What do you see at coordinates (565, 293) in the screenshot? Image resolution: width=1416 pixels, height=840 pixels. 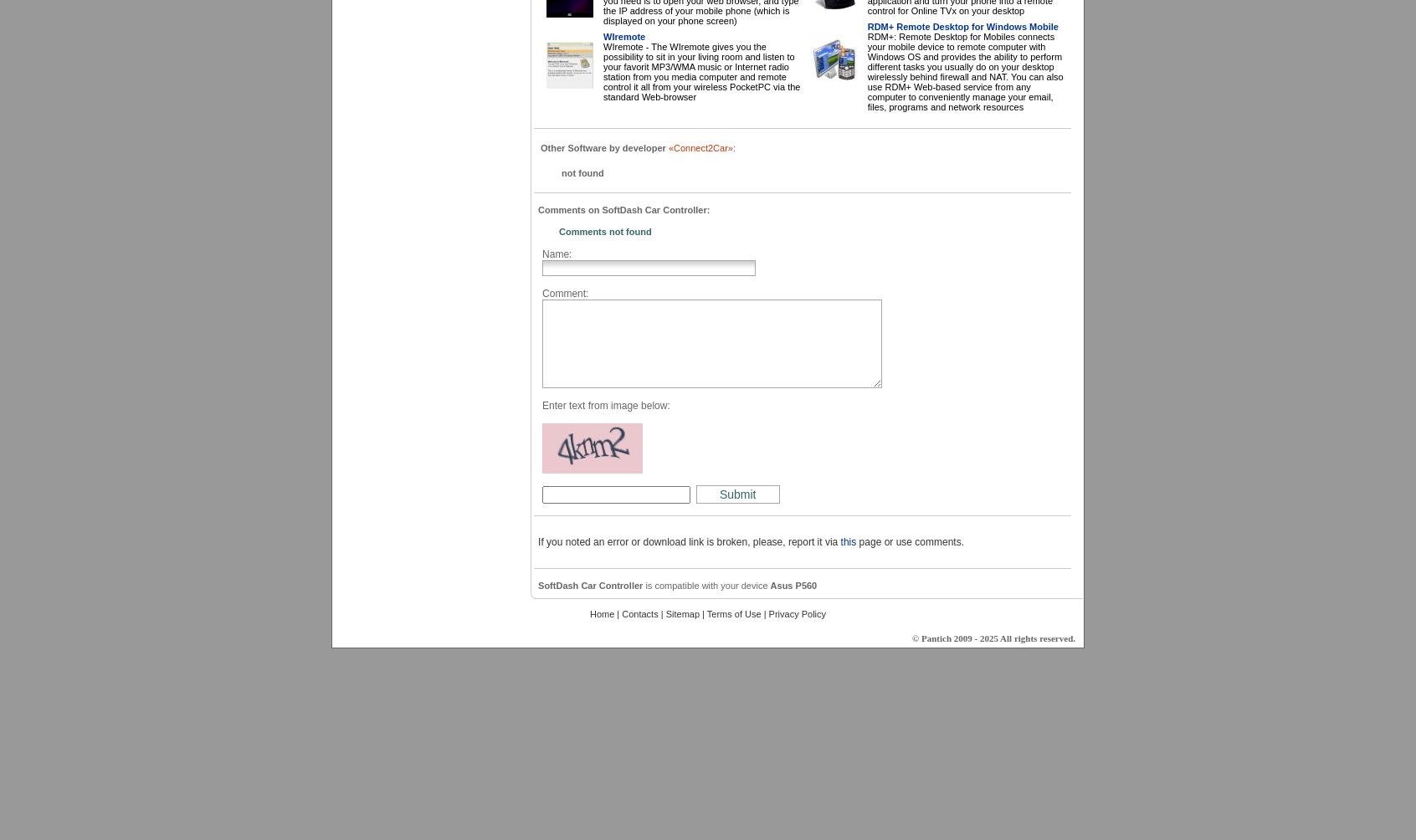 I see `'Comment:'` at bounding box center [565, 293].